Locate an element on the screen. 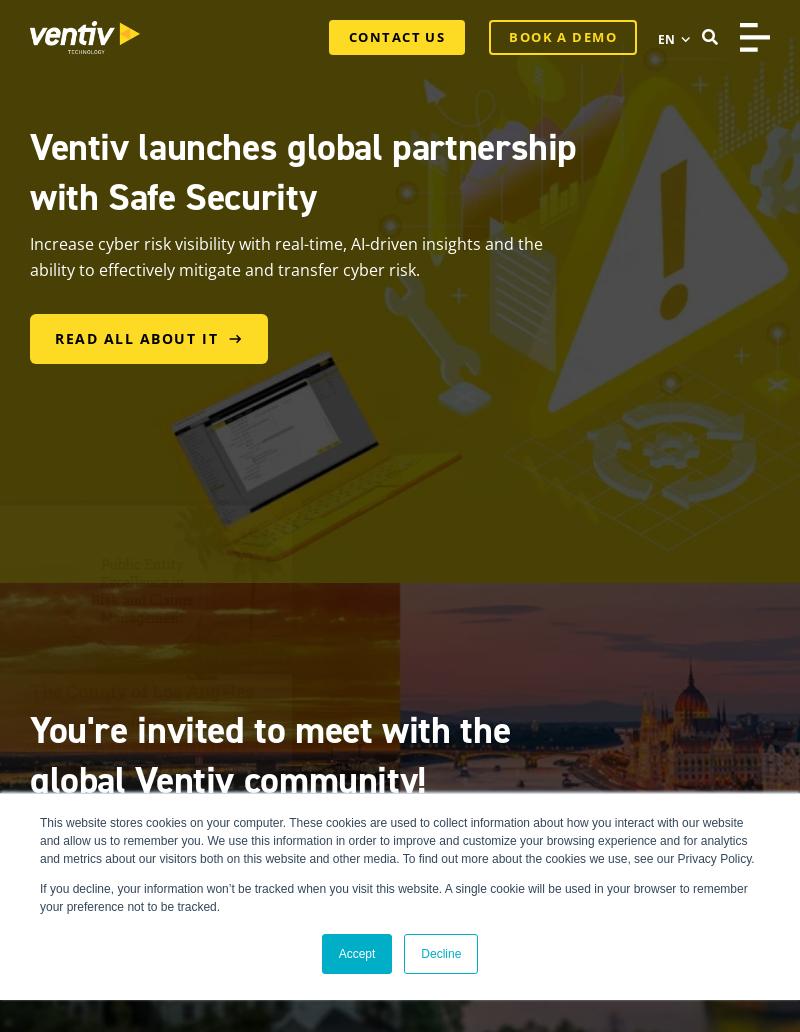  'Accept' is located at coordinates (356, 952).